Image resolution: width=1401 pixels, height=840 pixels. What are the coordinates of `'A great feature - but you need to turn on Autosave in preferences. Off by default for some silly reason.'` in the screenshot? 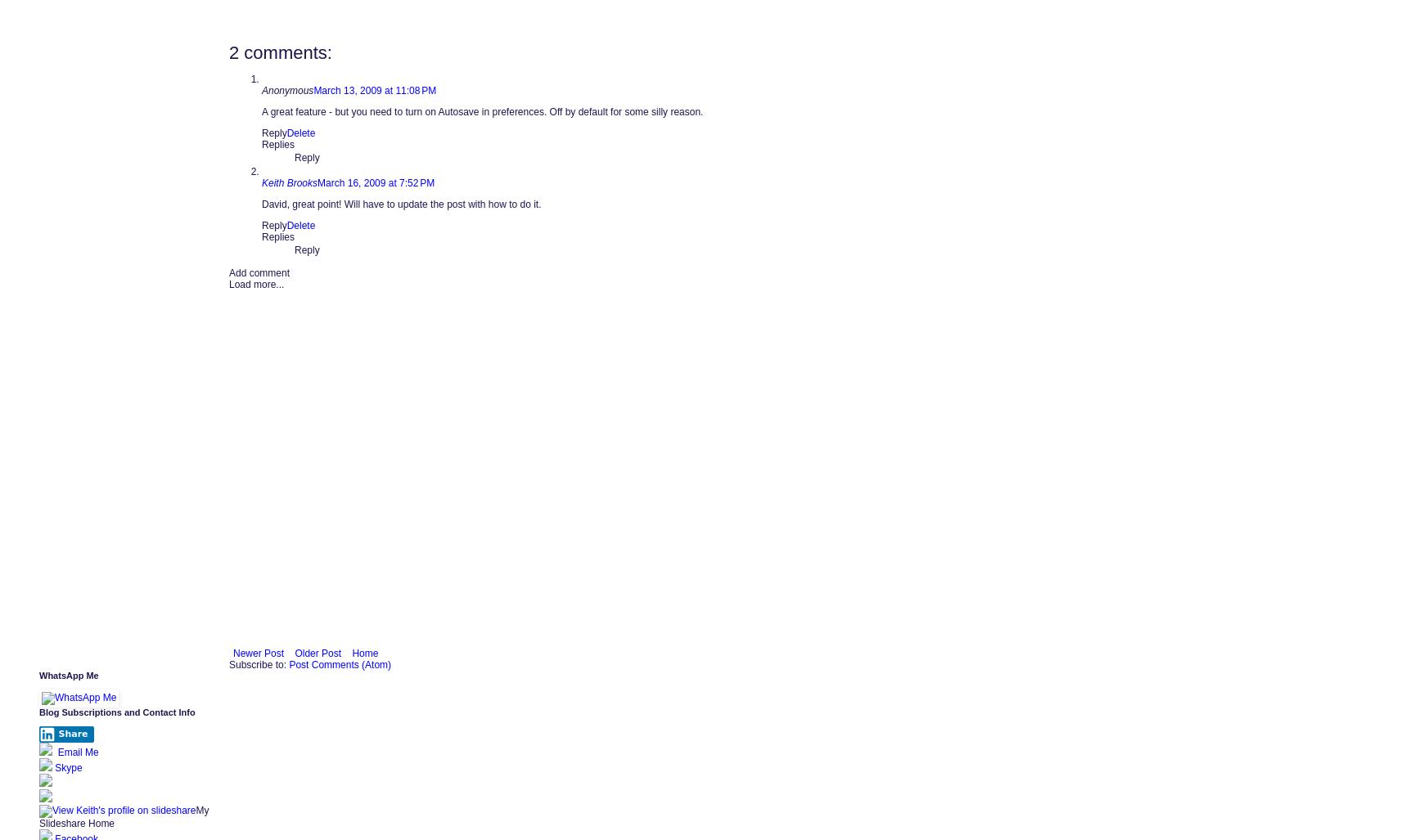 It's located at (481, 112).